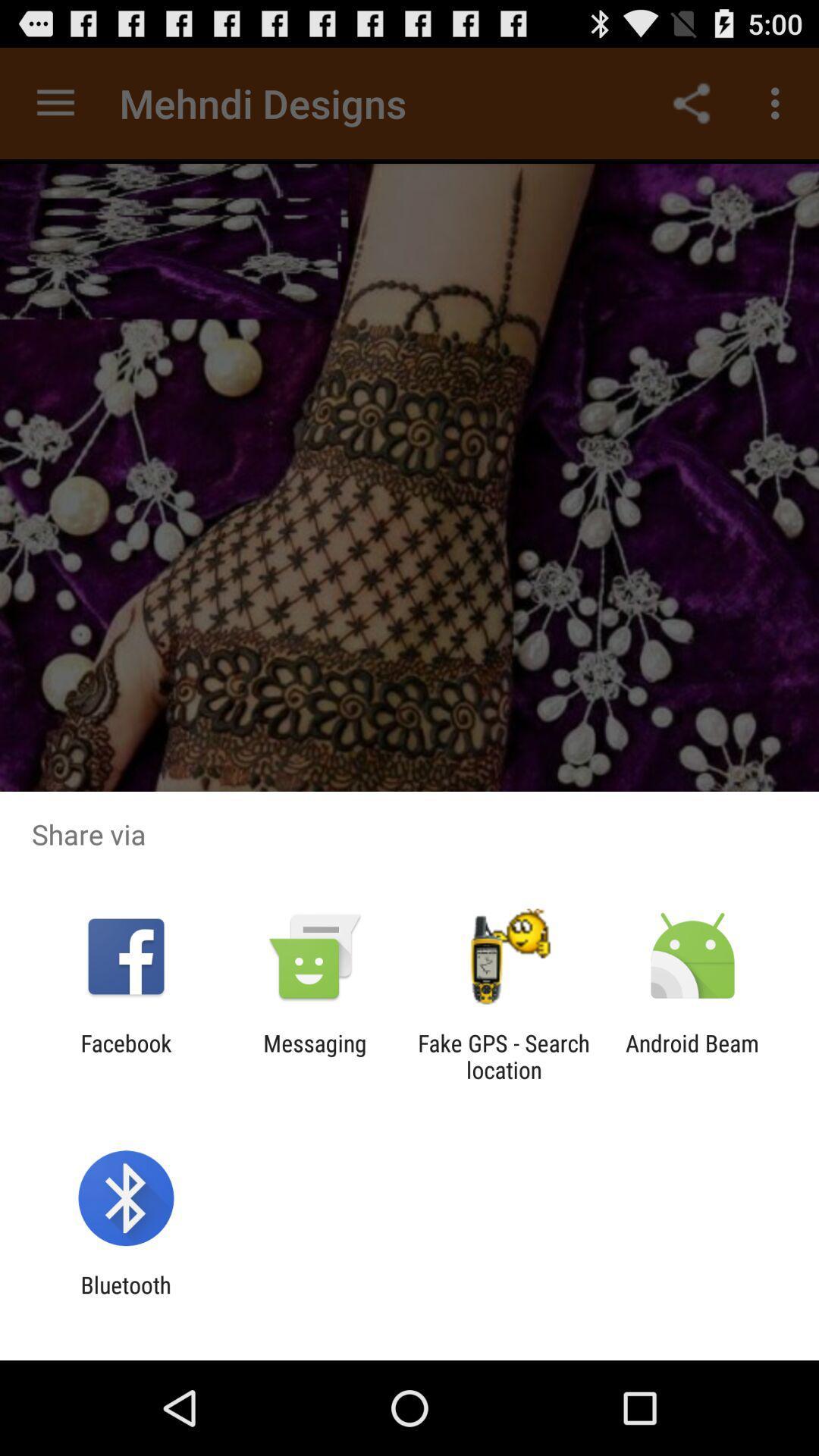 The height and width of the screenshot is (1456, 819). Describe the element at coordinates (314, 1056) in the screenshot. I see `the app to the left of fake gps search` at that location.